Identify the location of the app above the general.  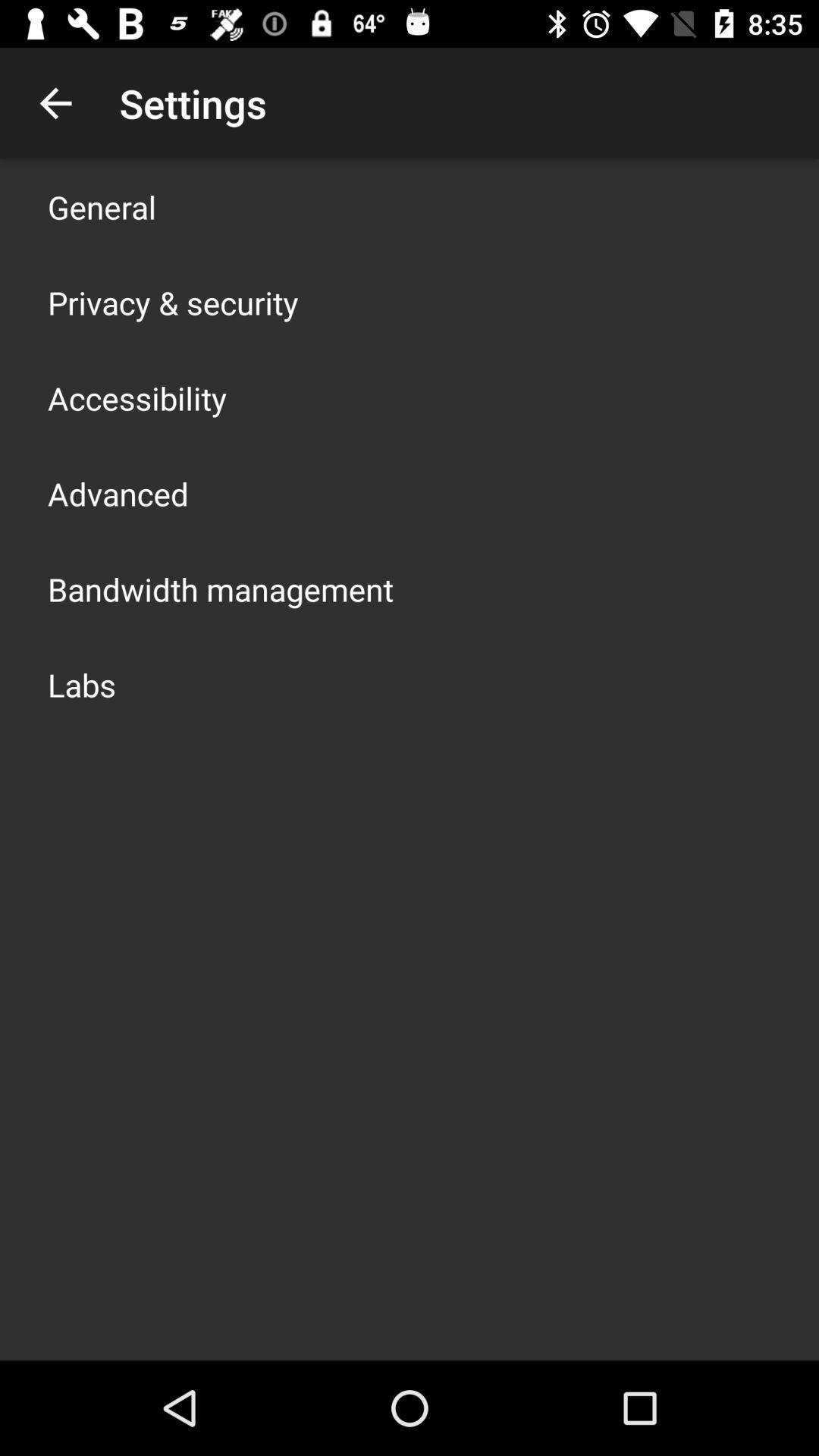
(55, 102).